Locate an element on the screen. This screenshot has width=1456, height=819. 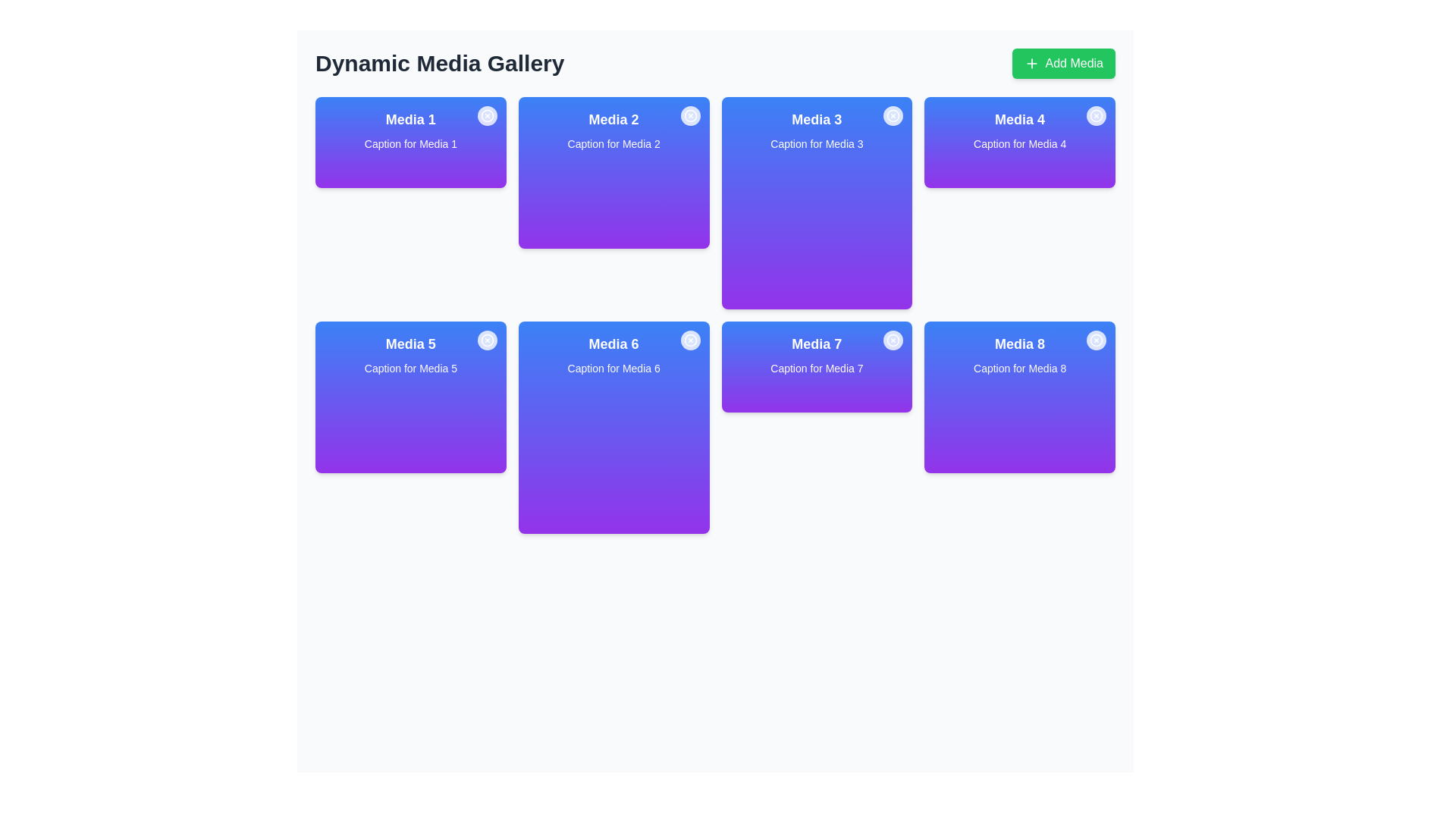
the circular button with a white background and an 'X' icon in the center, located at the top-right corner of the 'Media 3' card is located at coordinates (893, 115).